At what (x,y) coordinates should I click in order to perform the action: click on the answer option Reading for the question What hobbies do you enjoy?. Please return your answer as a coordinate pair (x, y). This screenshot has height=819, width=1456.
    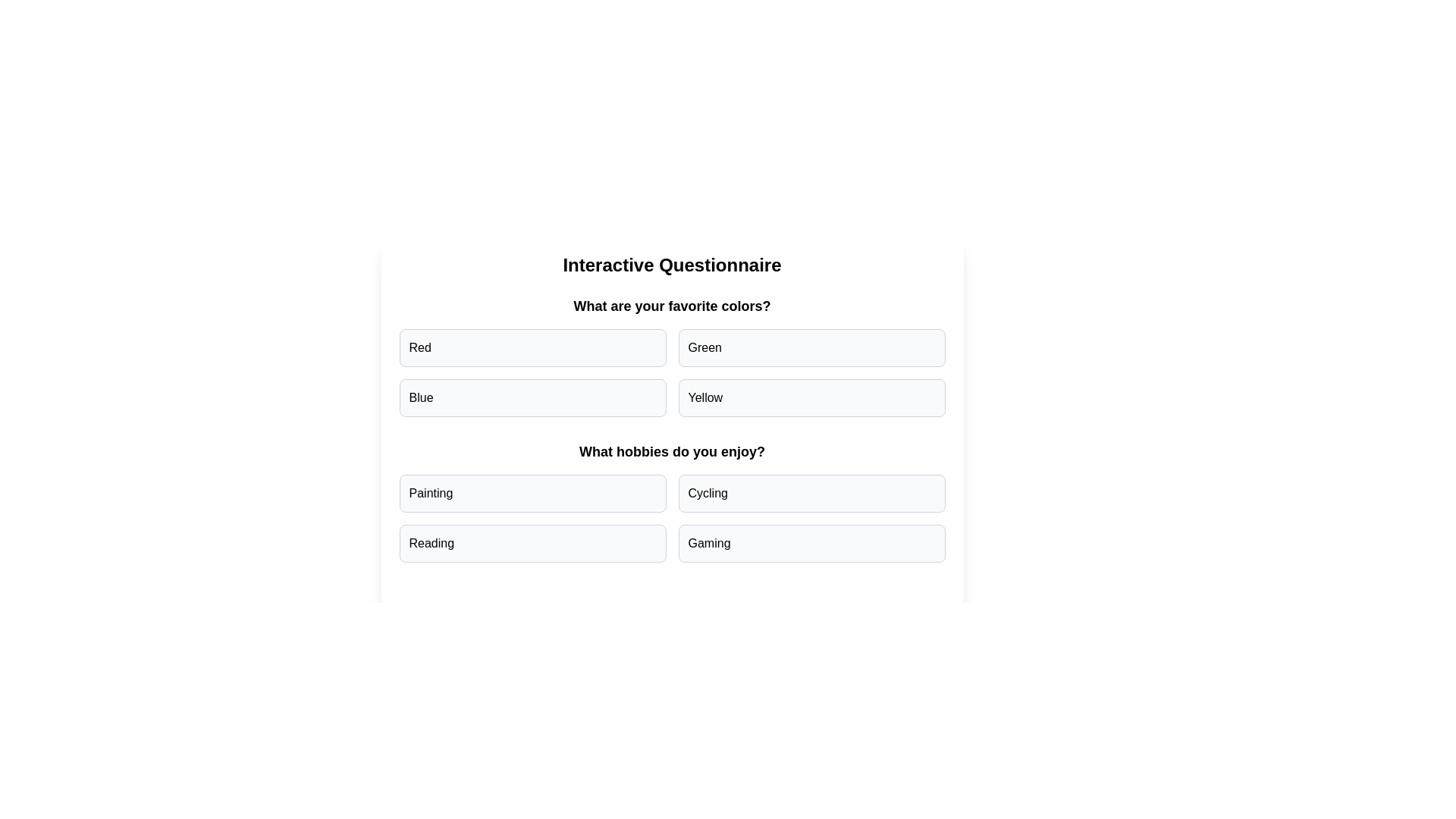
    Looking at the image, I should click on (532, 543).